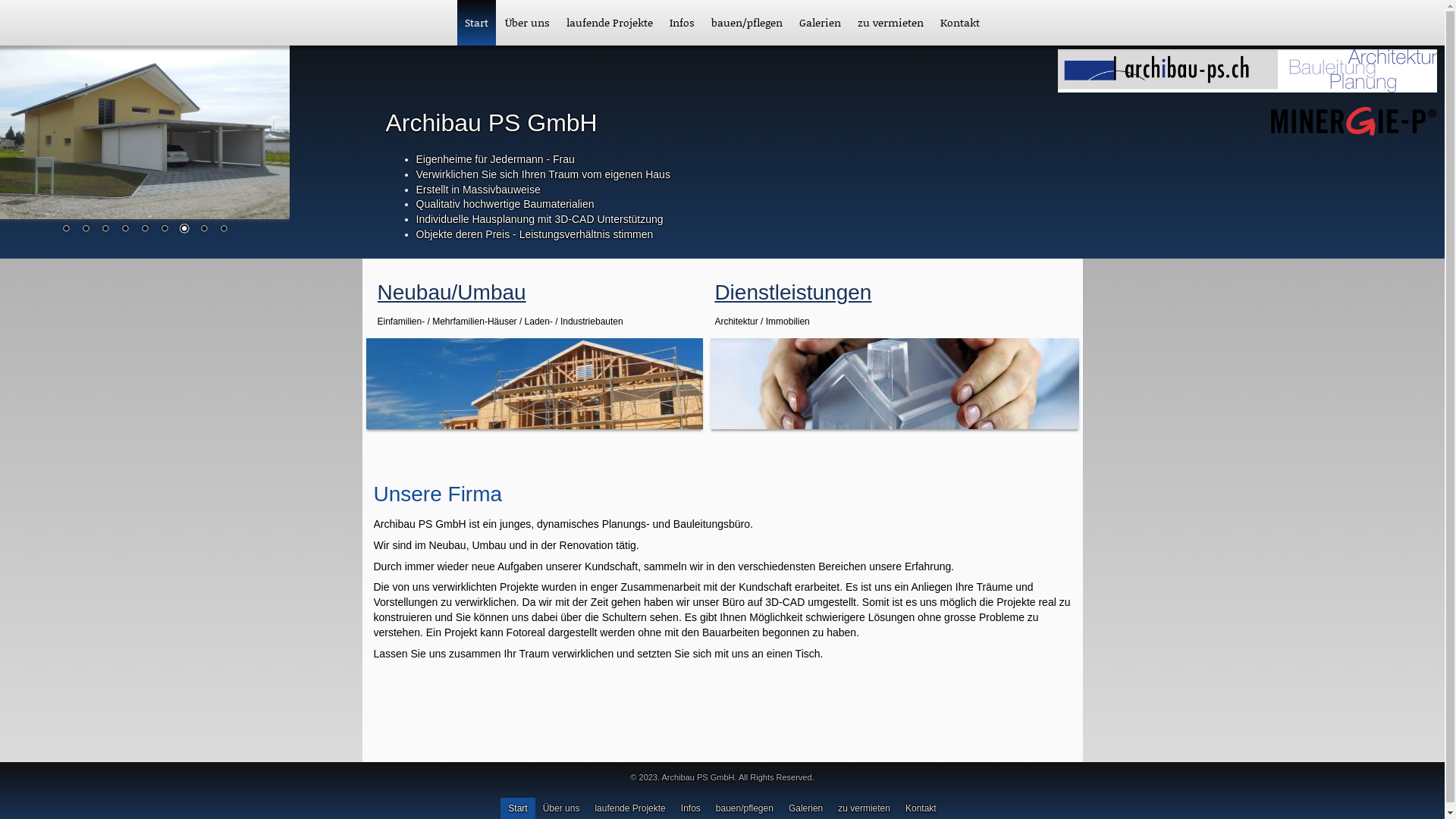 The image size is (1456, 819). What do you see at coordinates (164, 230) in the screenshot?
I see `'6'` at bounding box center [164, 230].